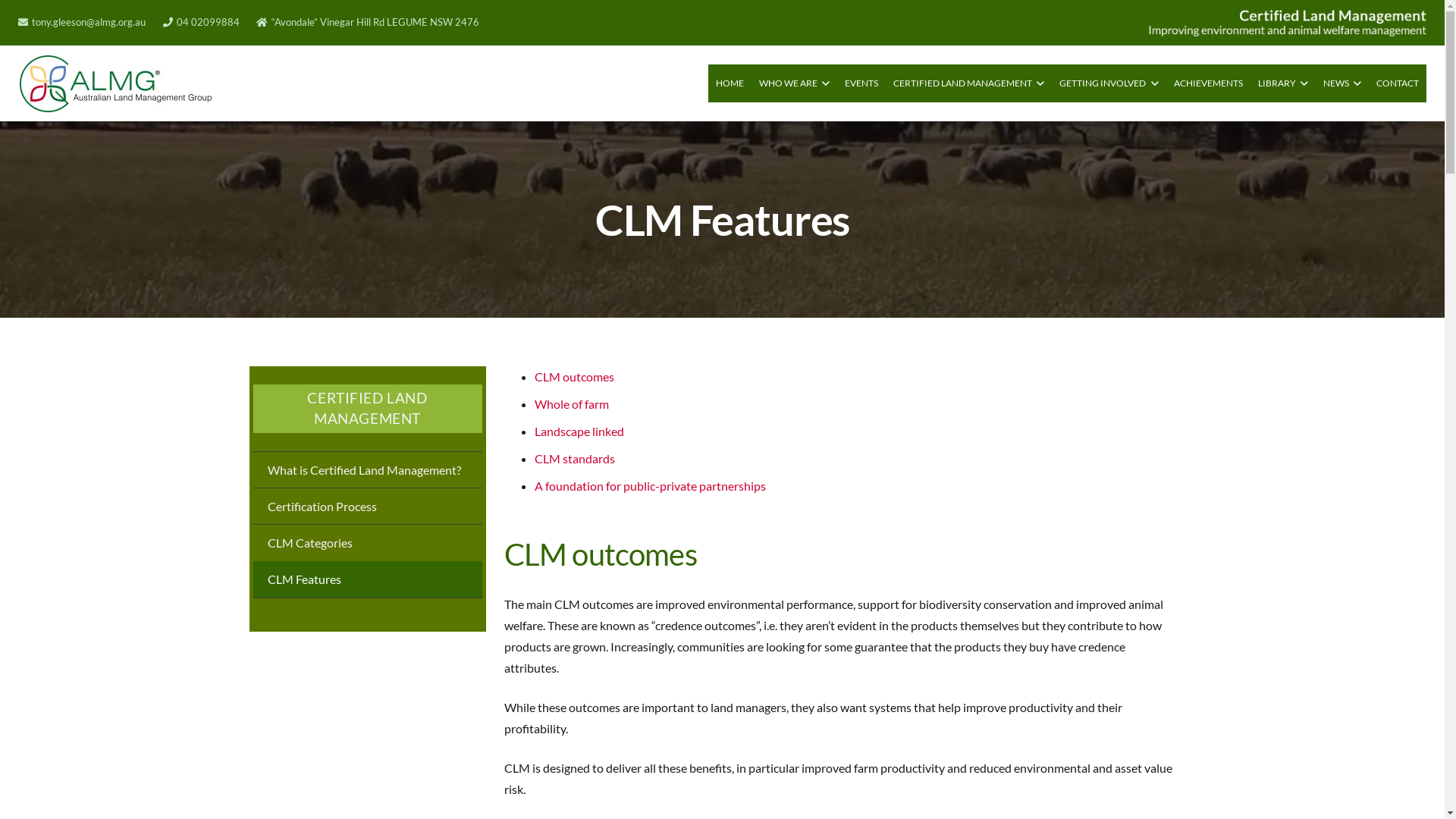 The width and height of the screenshot is (1456, 819). I want to click on 'tony.gleeson@almg.org.au', so click(81, 22).